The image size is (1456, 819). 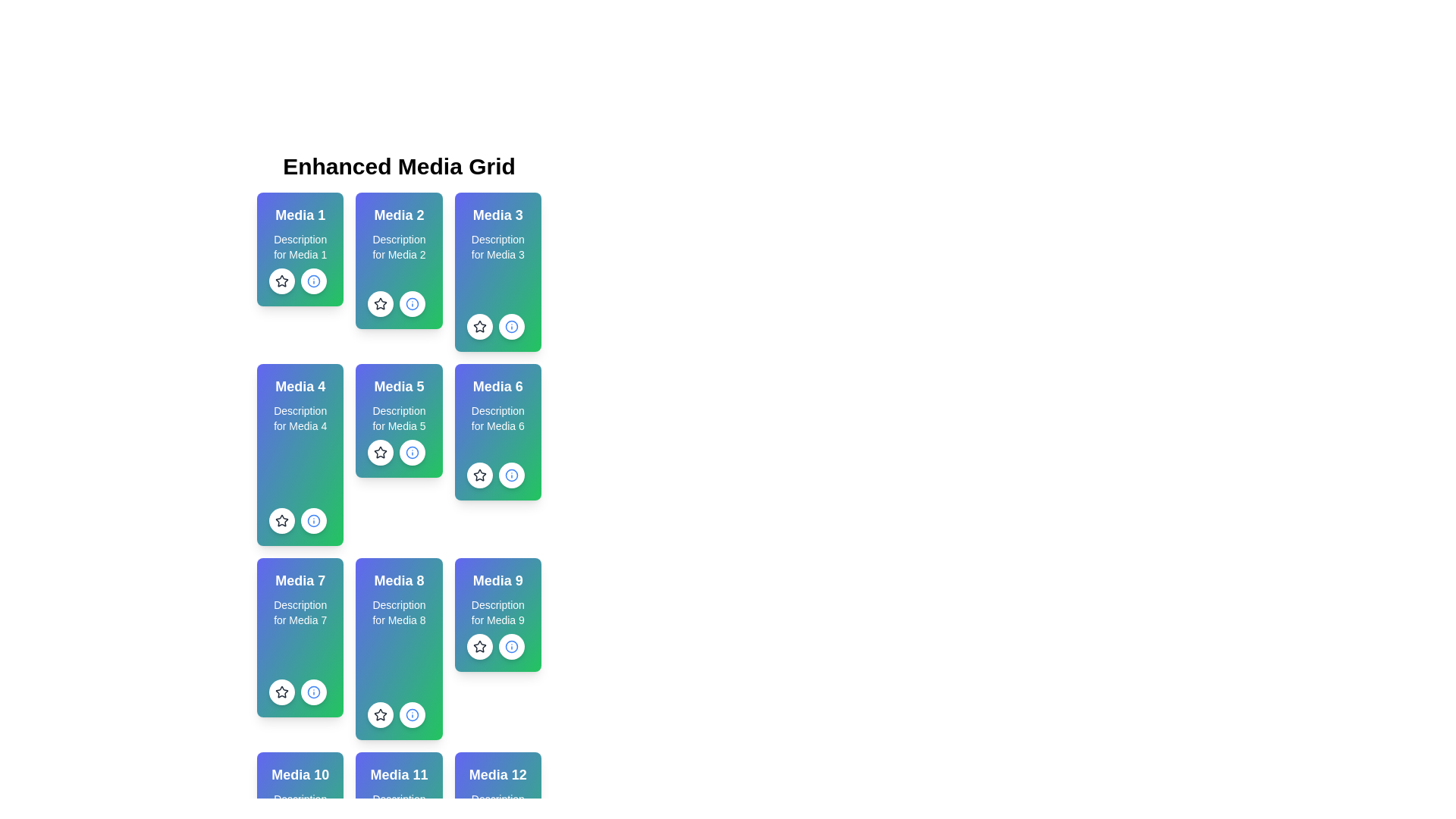 What do you see at coordinates (397, 714) in the screenshot?
I see `the circular interactive buttons located at the bottom-left area of the 'Media 8' card` at bounding box center [397, 714].